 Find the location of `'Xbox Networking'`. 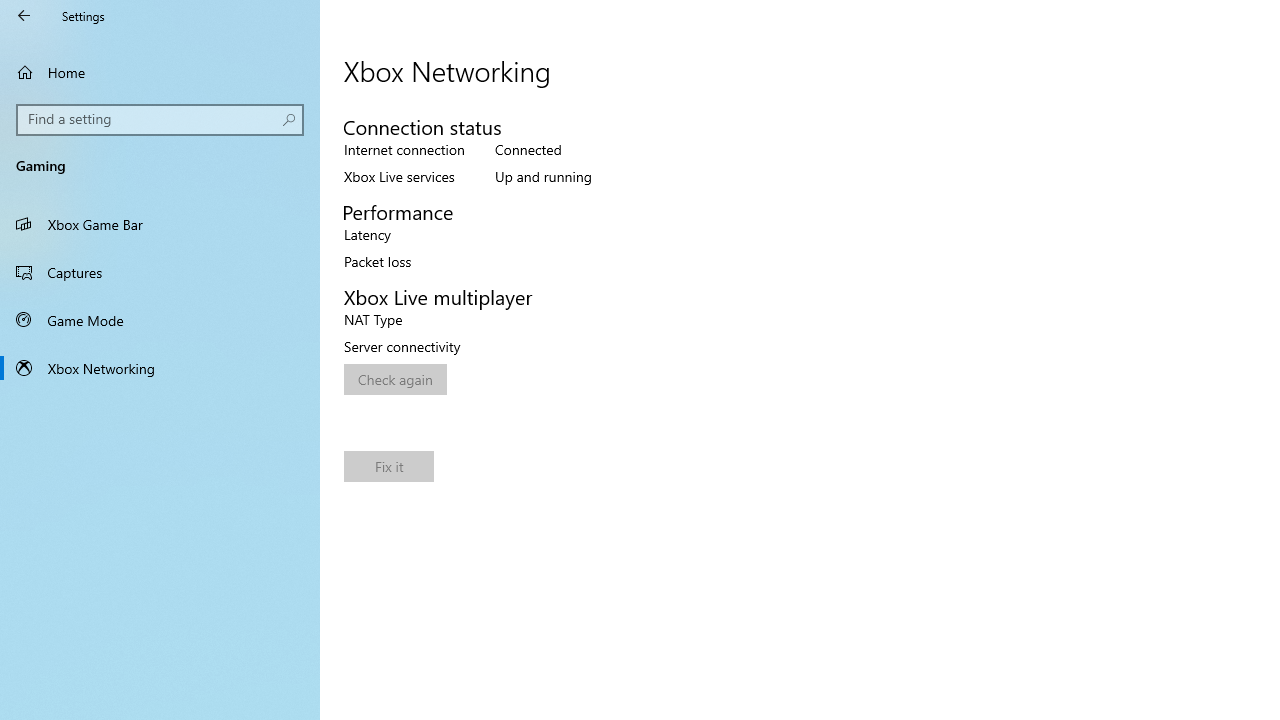

'Xbox Networking' is located at coordinates (160, 367).